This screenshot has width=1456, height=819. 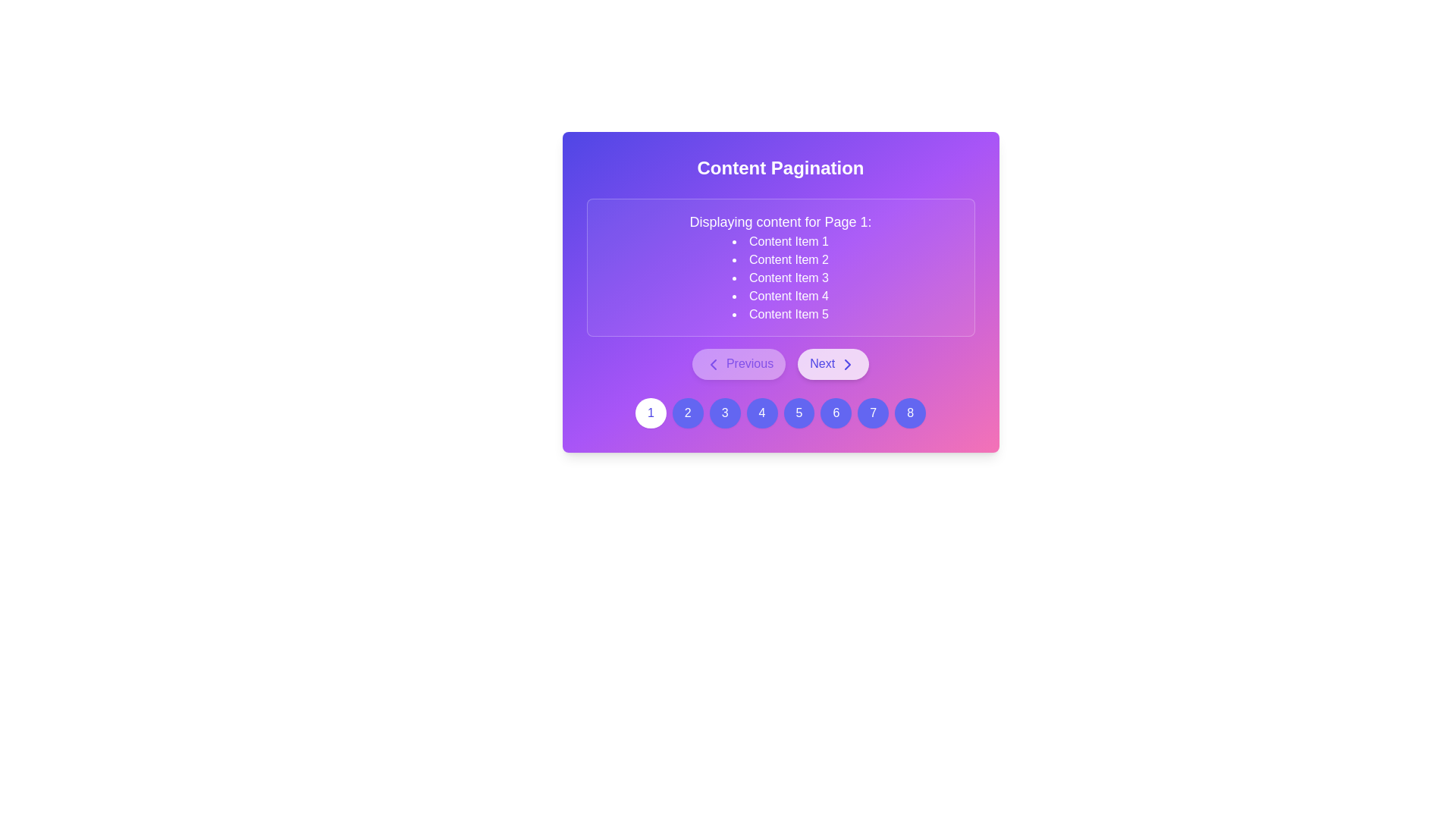 I want to click on the left arrow icon, which is a chevron styled navigation icon located to the left of the 'Previous' button's text, so click(x=713, y=364).